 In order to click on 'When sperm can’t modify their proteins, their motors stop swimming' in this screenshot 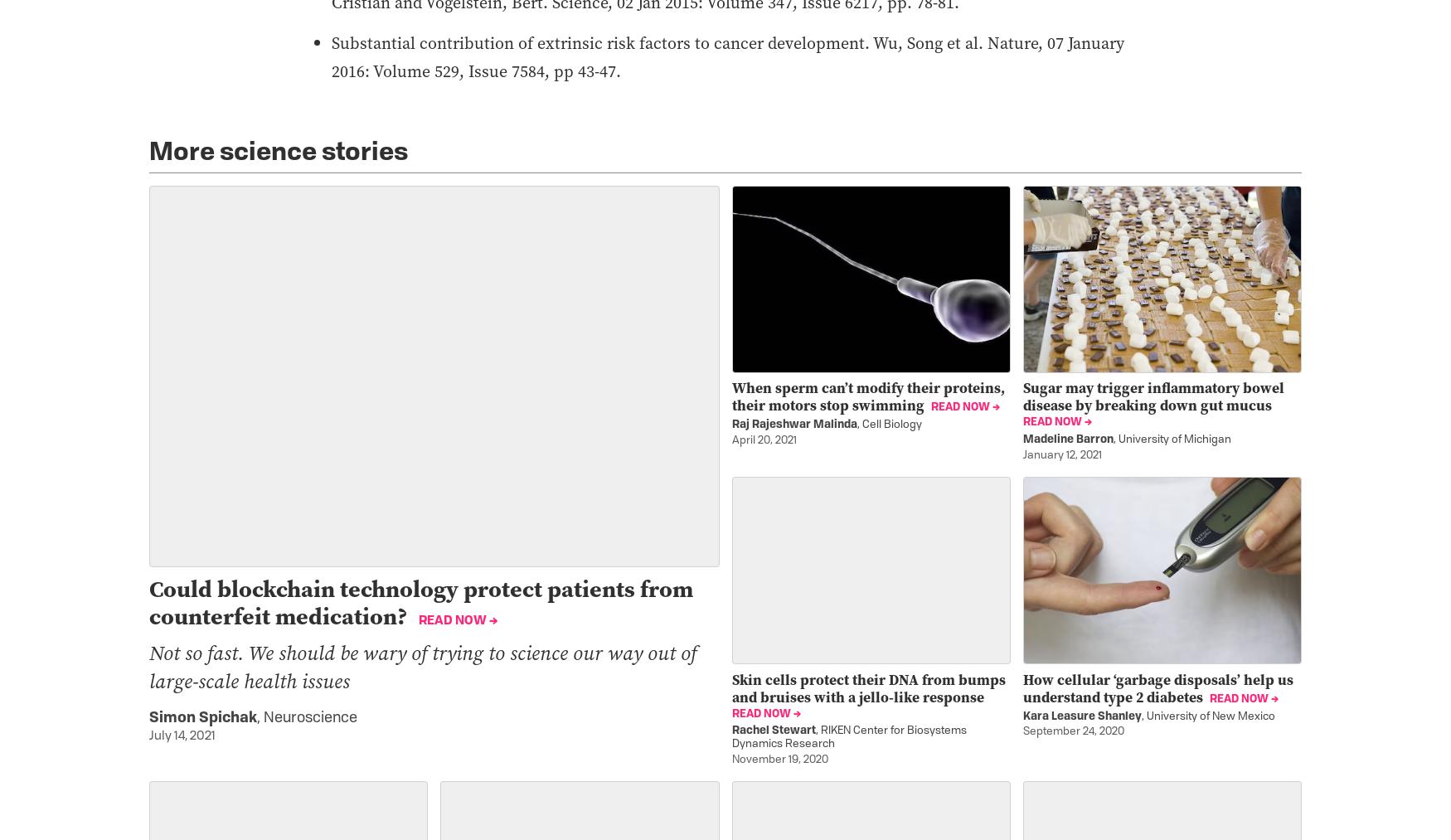, I will do `click(730, 396)`.